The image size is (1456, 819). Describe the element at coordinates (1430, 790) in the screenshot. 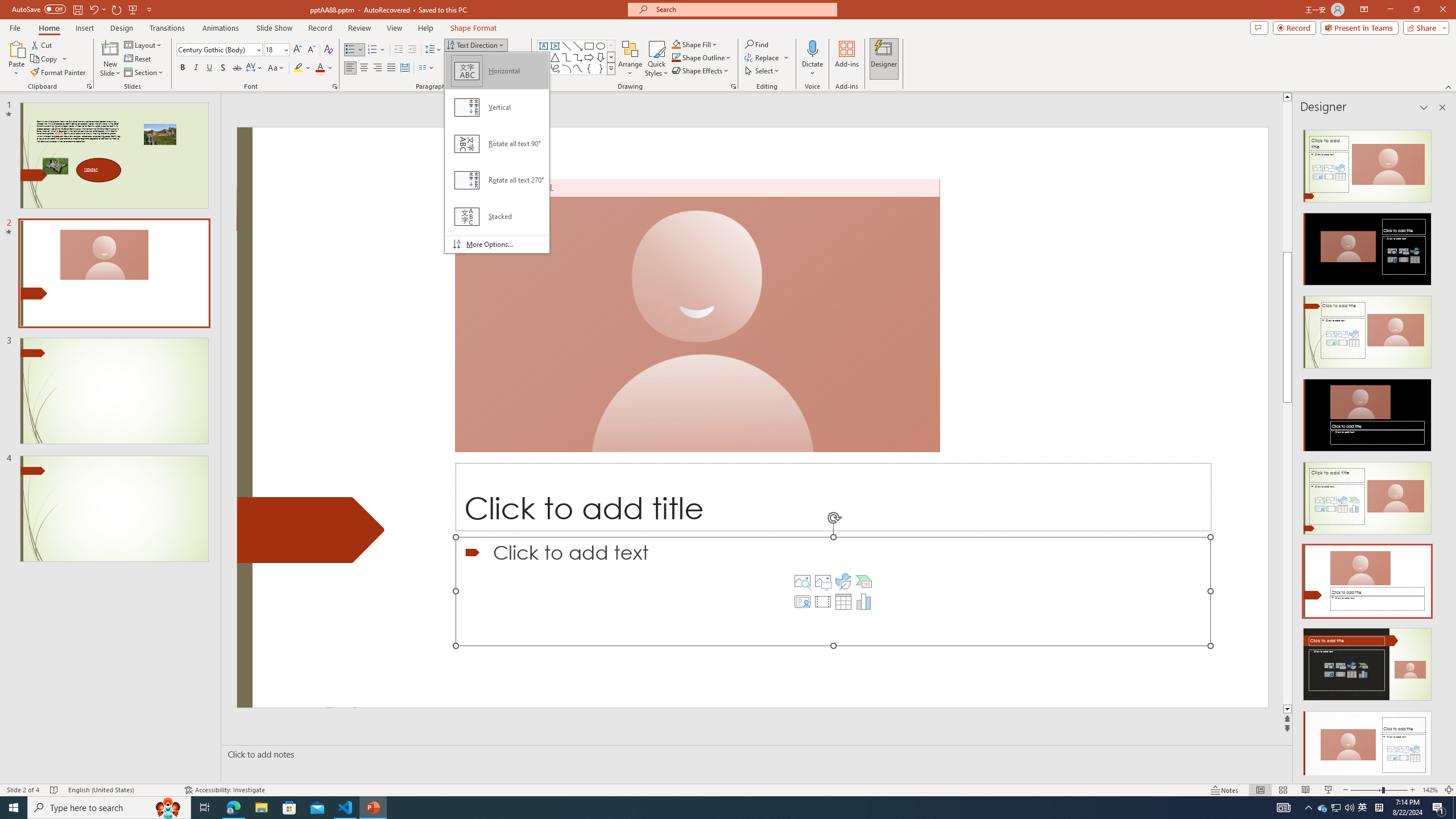

I see `'Zoom 142%'` at that location.